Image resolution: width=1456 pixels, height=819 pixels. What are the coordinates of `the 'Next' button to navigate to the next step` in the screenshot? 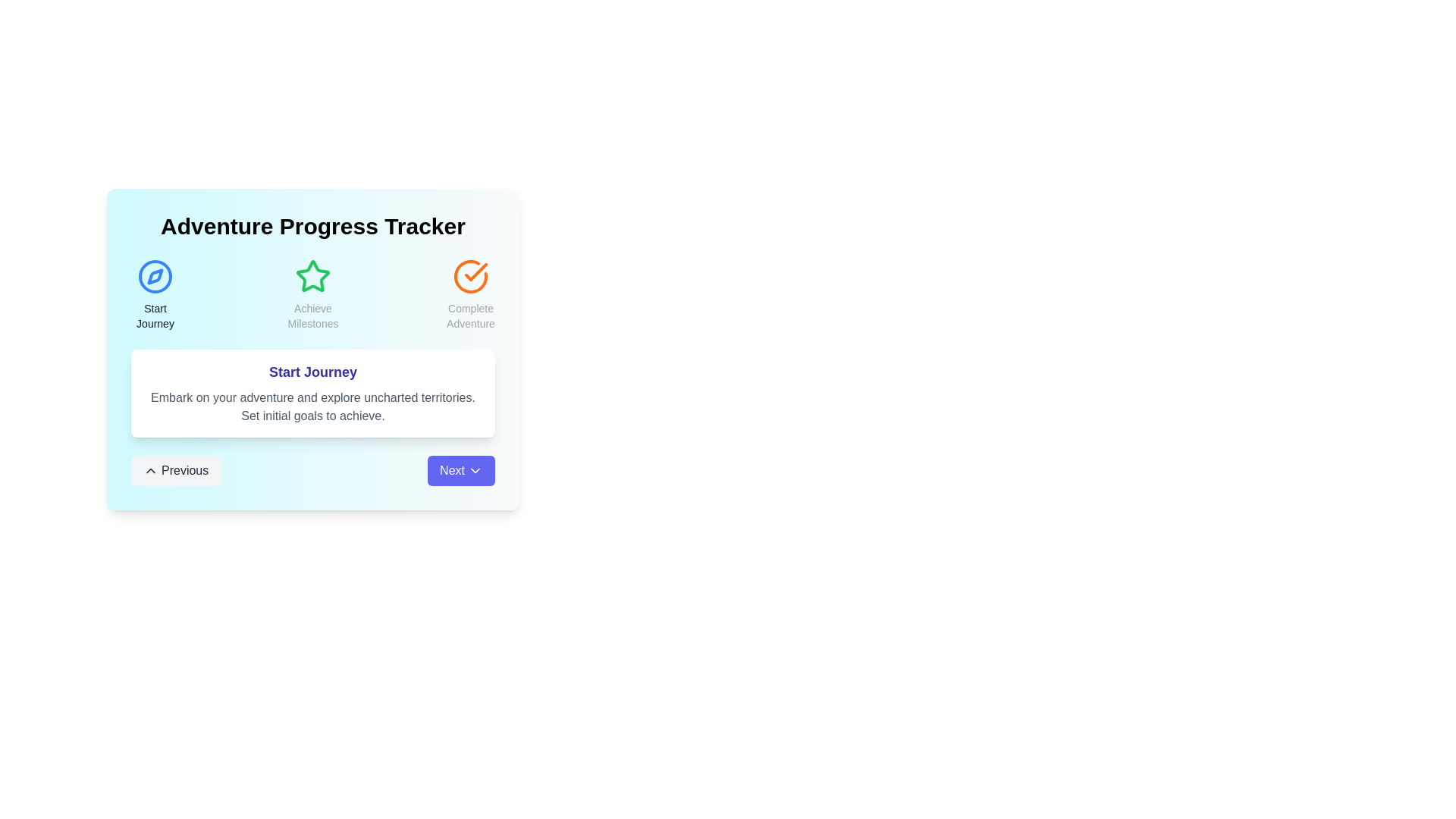 It's located at (460, 470).